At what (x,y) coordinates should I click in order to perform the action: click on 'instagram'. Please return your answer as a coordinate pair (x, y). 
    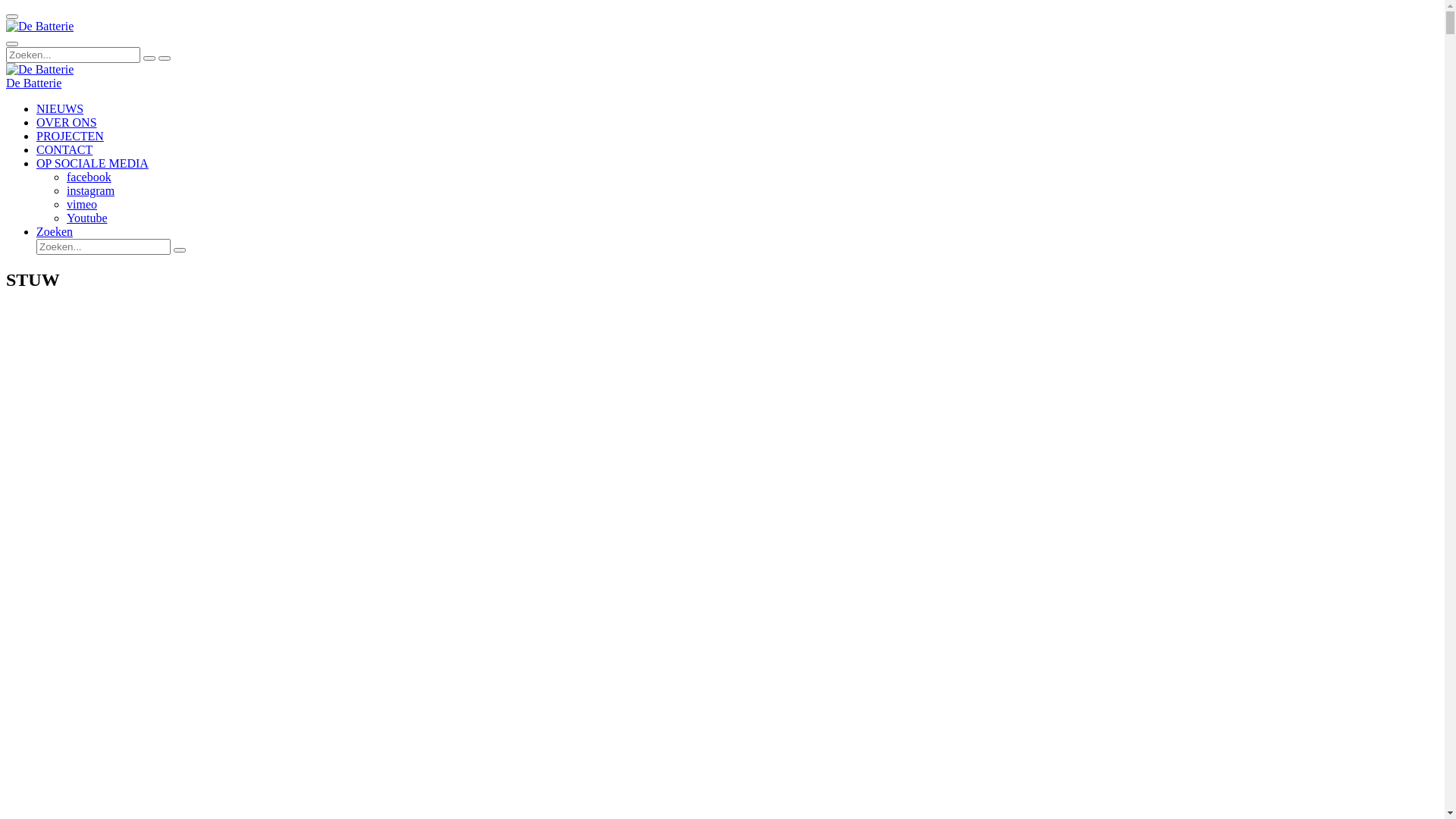
    Looking at the image, I should click on (89, 190).